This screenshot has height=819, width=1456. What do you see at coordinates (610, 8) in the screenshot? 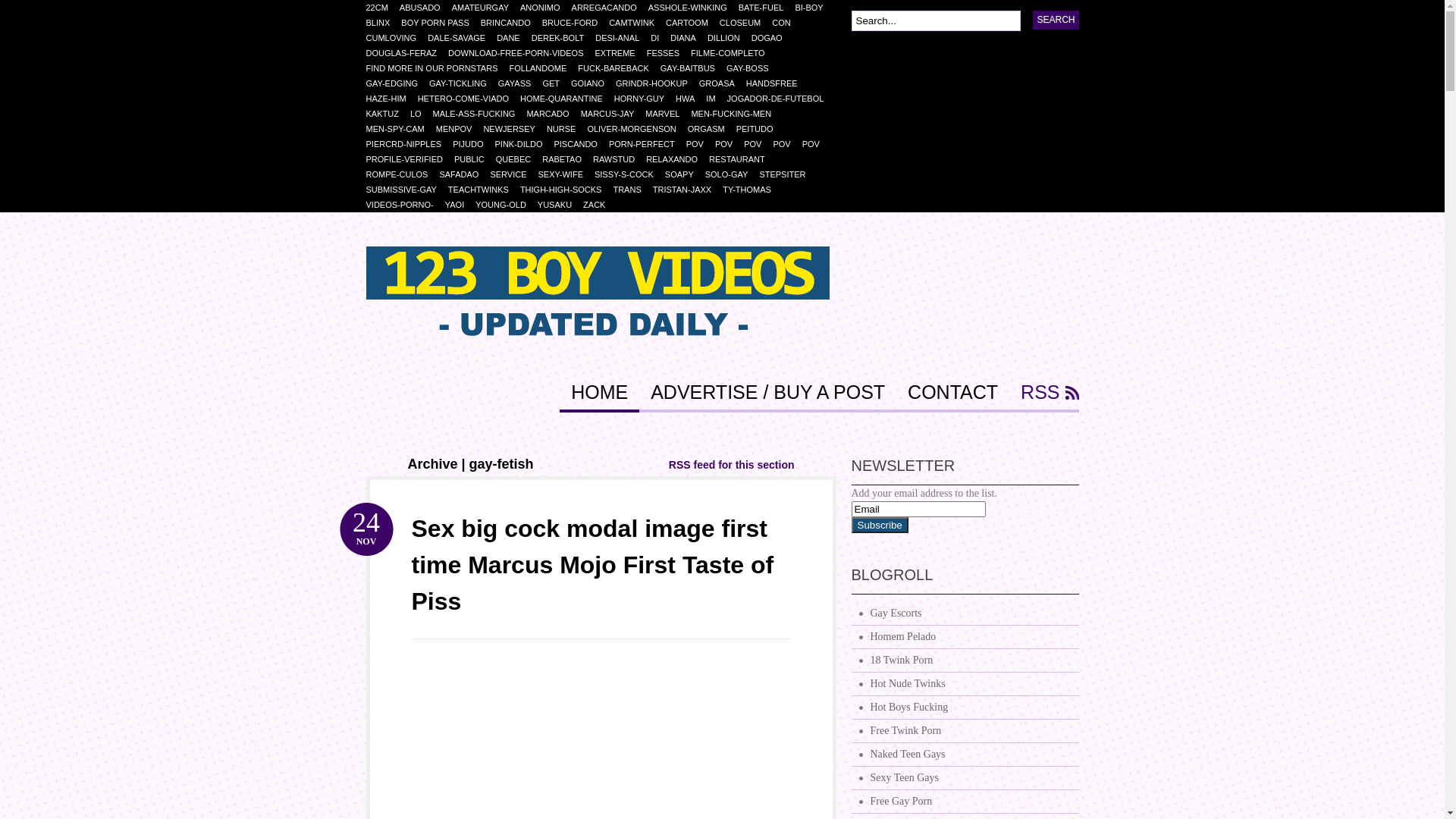
I see `'ARREGACANDO'` at bounding box center [610, 8].